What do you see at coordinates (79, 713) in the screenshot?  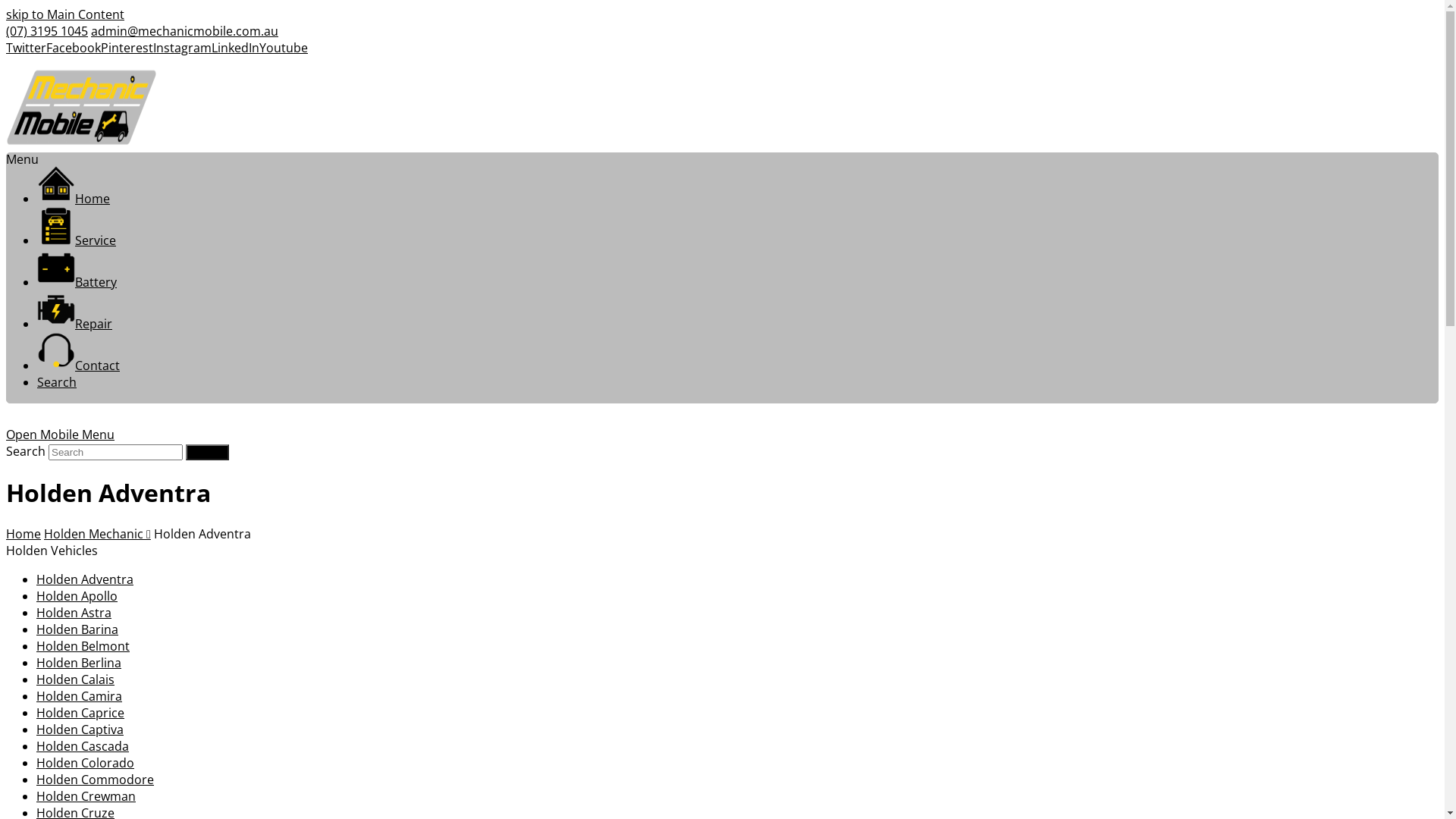 I see `'Holden Caprice'` at bounding box center [79, 713].